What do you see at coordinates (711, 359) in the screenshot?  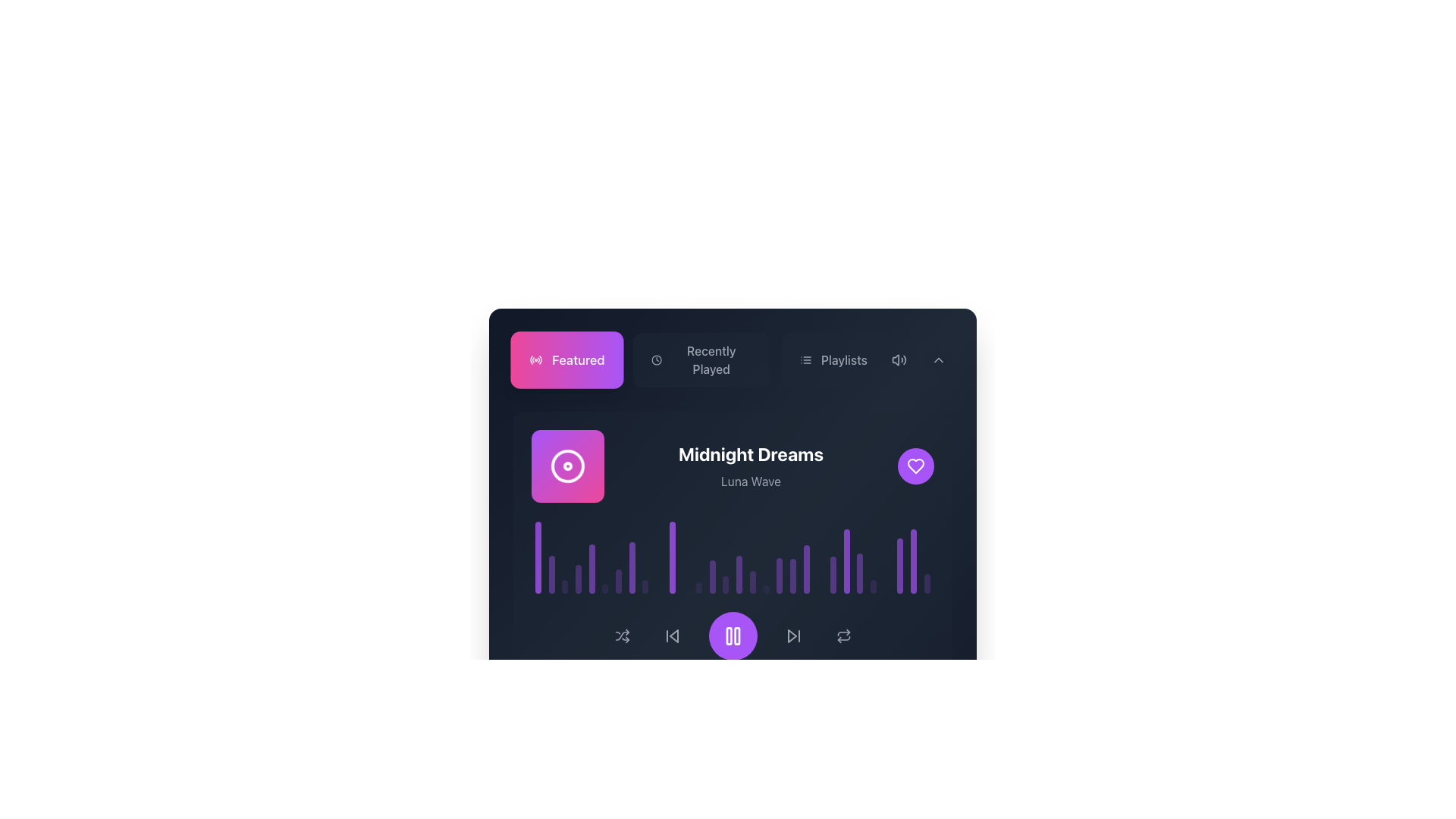 I see `the 'Recently Played' label in the top navigation bar, which is styled with a medium font weight in white or light gray against a dark background` at bounding box center [711, 359].